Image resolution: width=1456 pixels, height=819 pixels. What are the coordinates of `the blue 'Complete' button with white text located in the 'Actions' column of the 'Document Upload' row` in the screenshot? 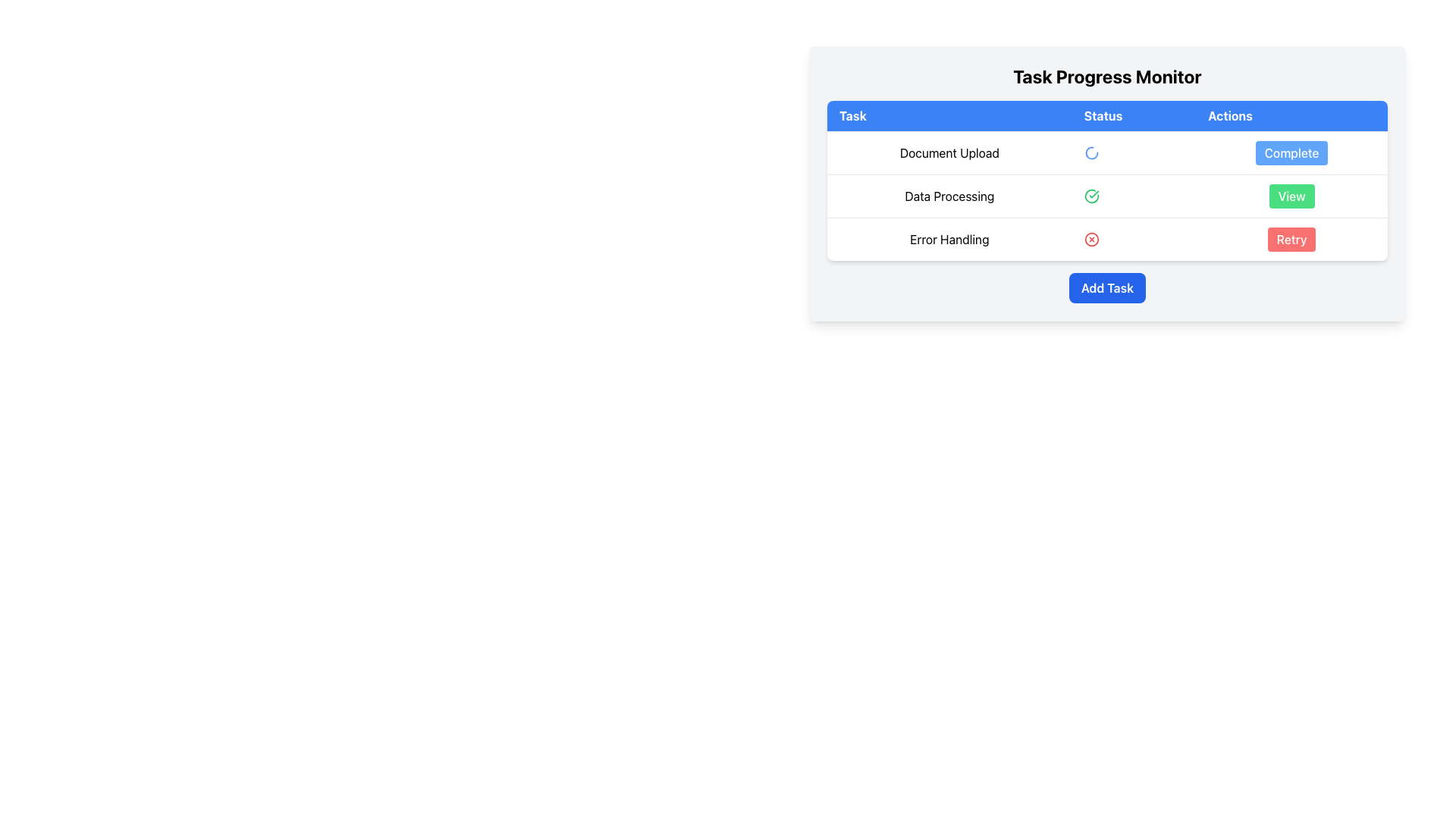 It's located at (1291, 152).